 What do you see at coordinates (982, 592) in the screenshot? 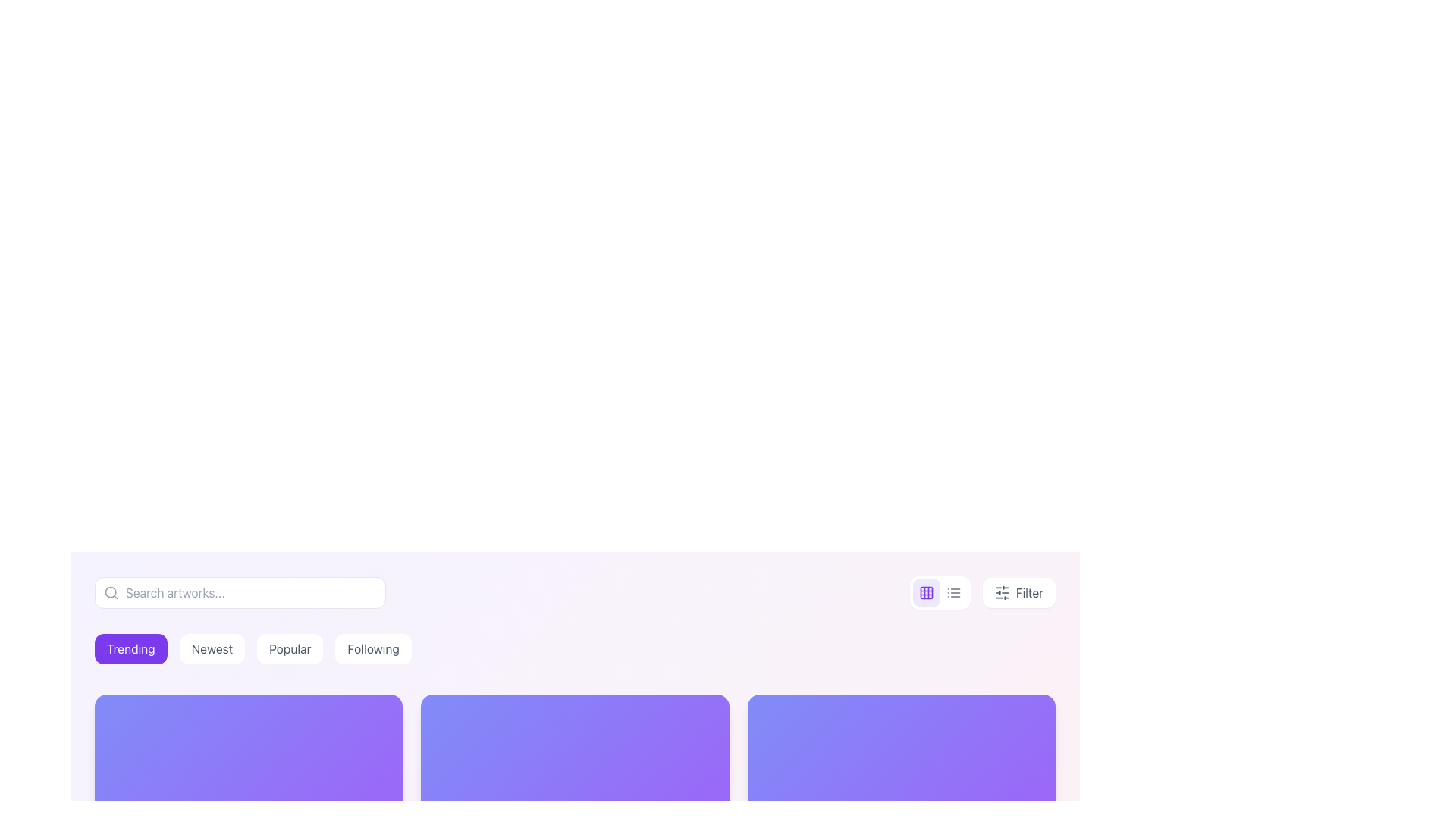
I see `the 'Filter' button, which is styled with a white background and rounded edges, located at the far right of a horizontal button group containing display options` at bounding box center [982, 592].